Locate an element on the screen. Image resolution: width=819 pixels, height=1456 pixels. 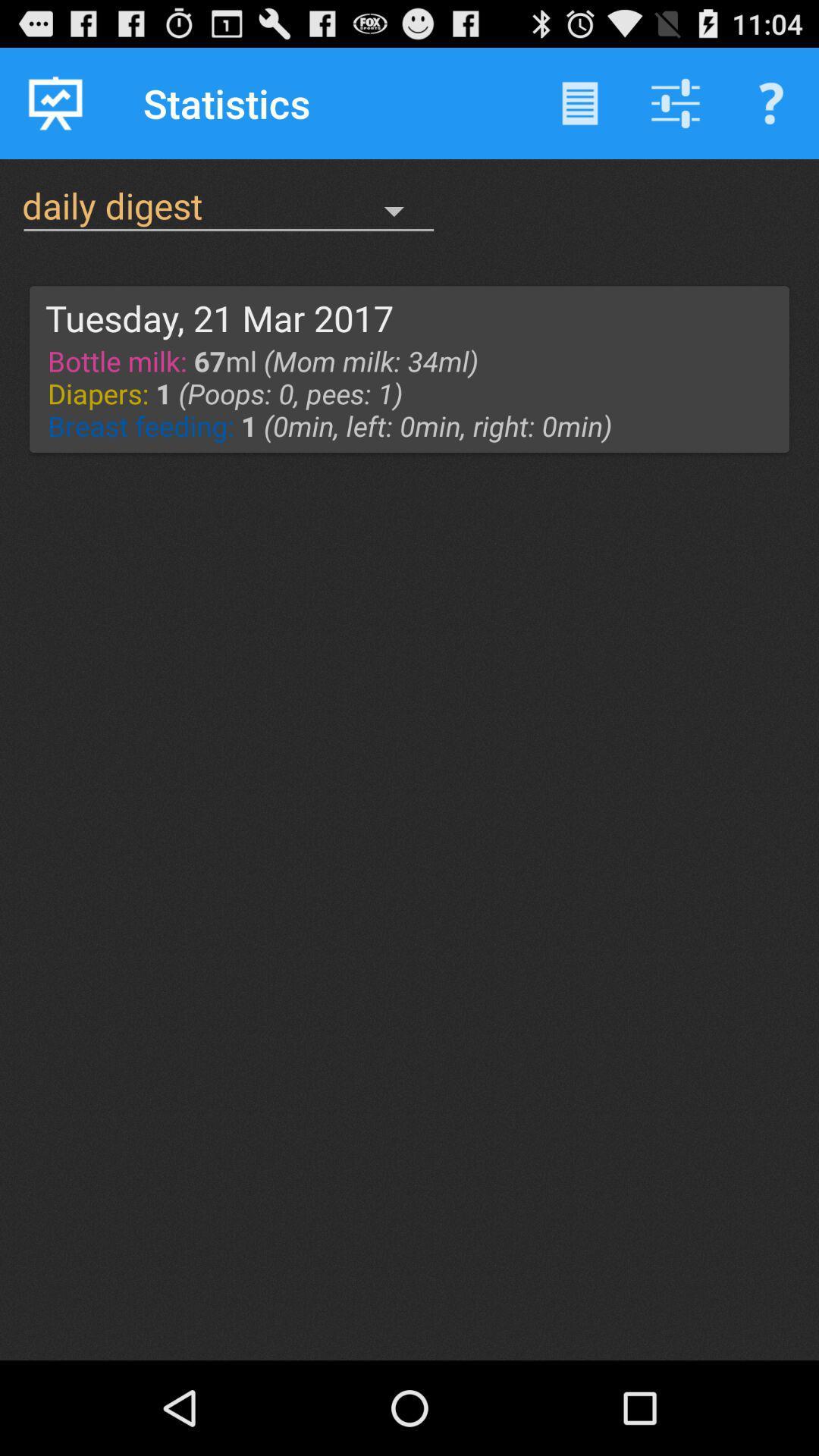
the item next to the statistics icon is located at coordinates (579, 102).